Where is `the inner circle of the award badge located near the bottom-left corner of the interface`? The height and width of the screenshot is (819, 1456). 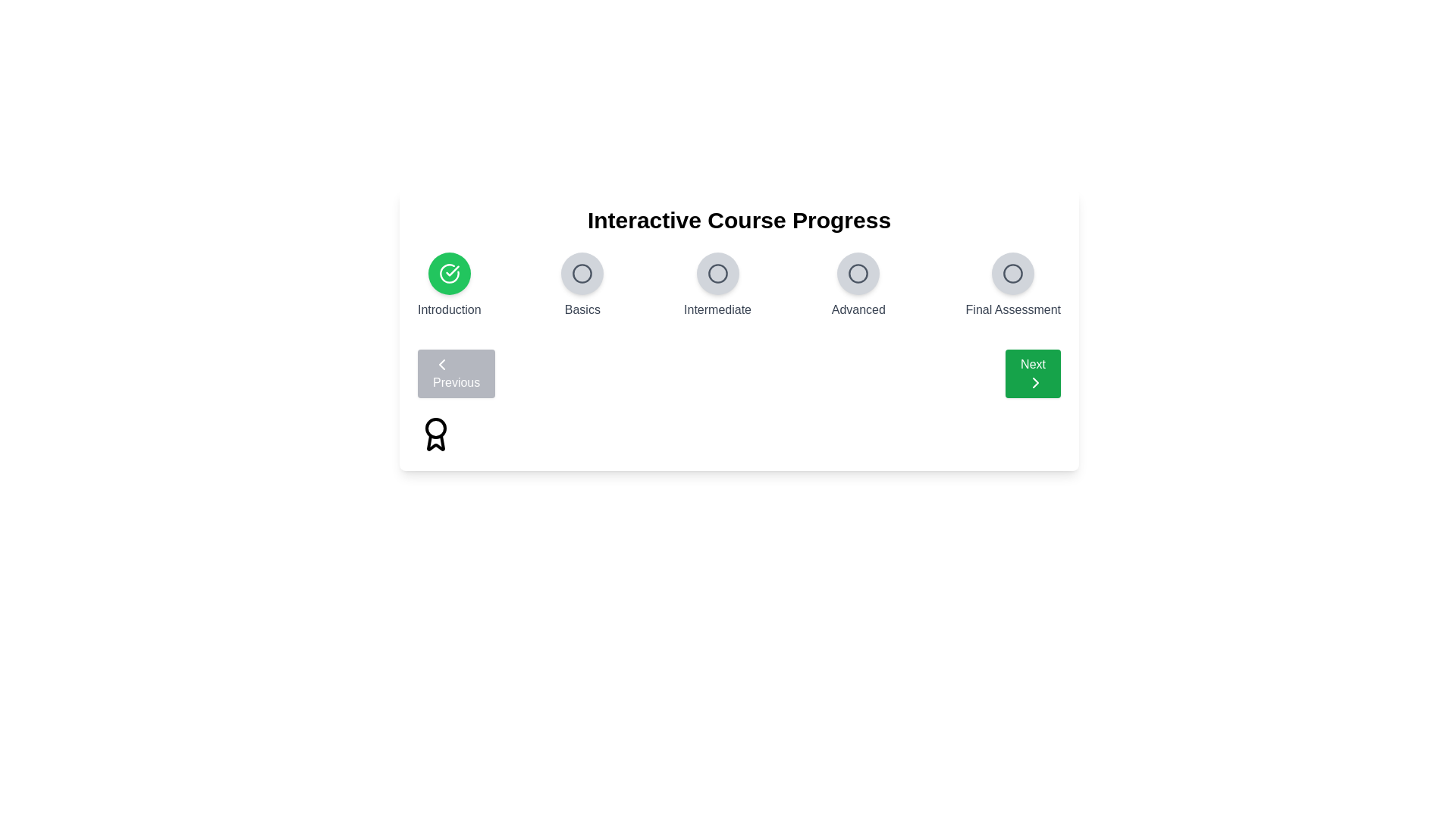 the inner circle of the award badge located near the bottom-left corner of the interface is located at coordinates (435, 428).